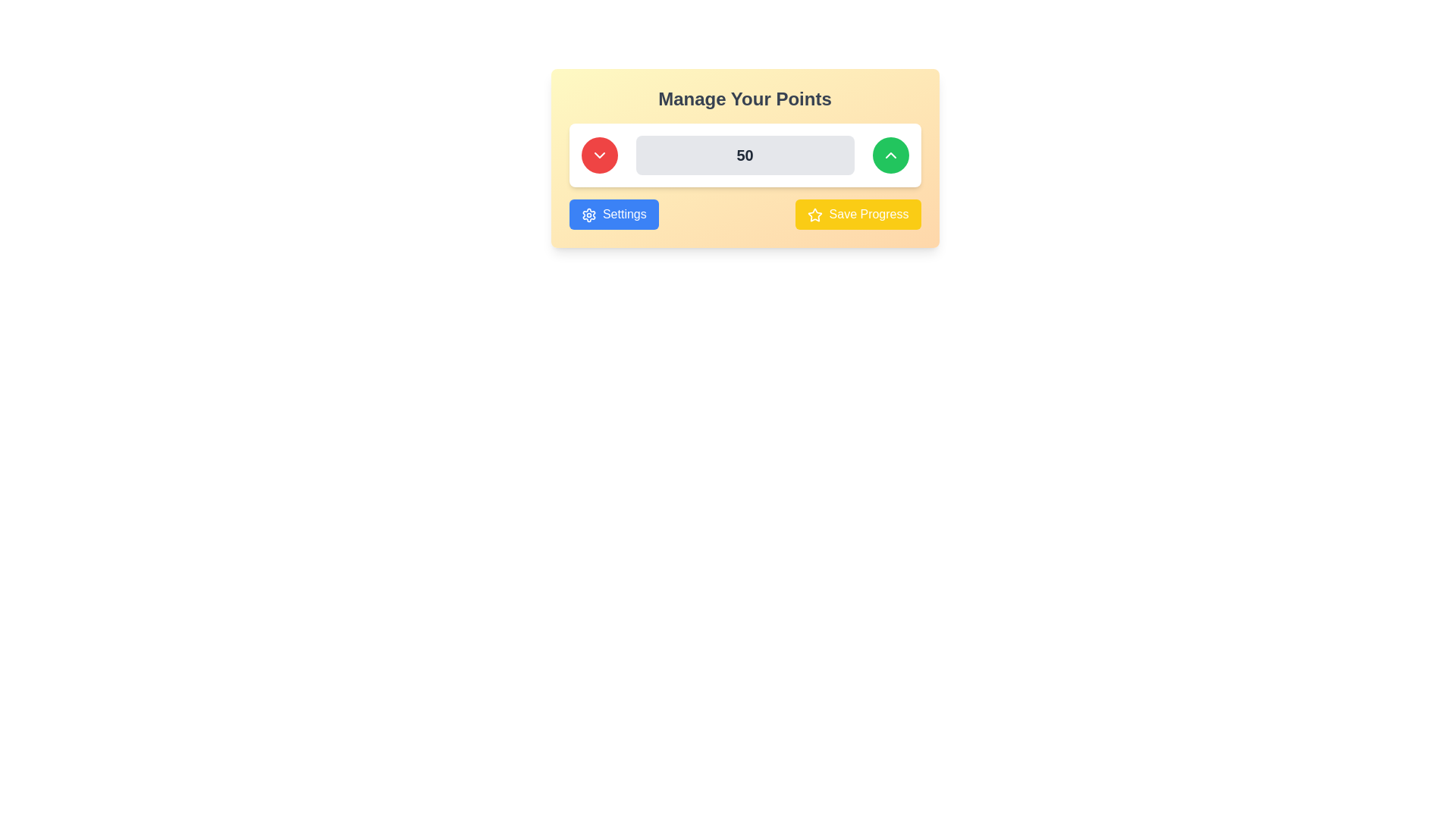  What do you see at coordinates (858, 214) in the screenshot?
I see `the 'Save Progress' button, which is a rectangular button with rounded corners, yellow background, white center-aligned text, and a star icon on the left` at bounding box center [858, 214].